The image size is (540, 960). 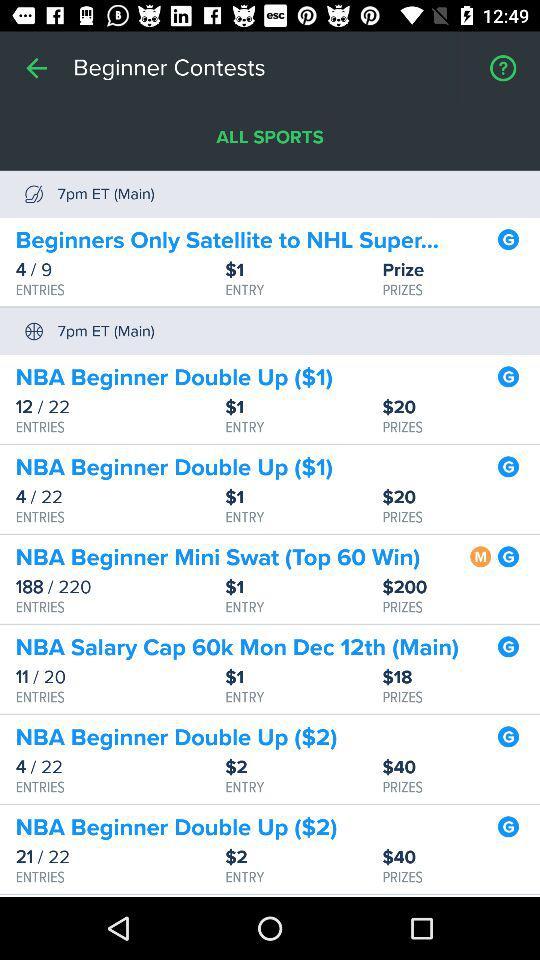 What do you see at coordinates (461, 587) in the screenshot?
I see `icon to the right of $1 icon` at bounding box center [461, 587].